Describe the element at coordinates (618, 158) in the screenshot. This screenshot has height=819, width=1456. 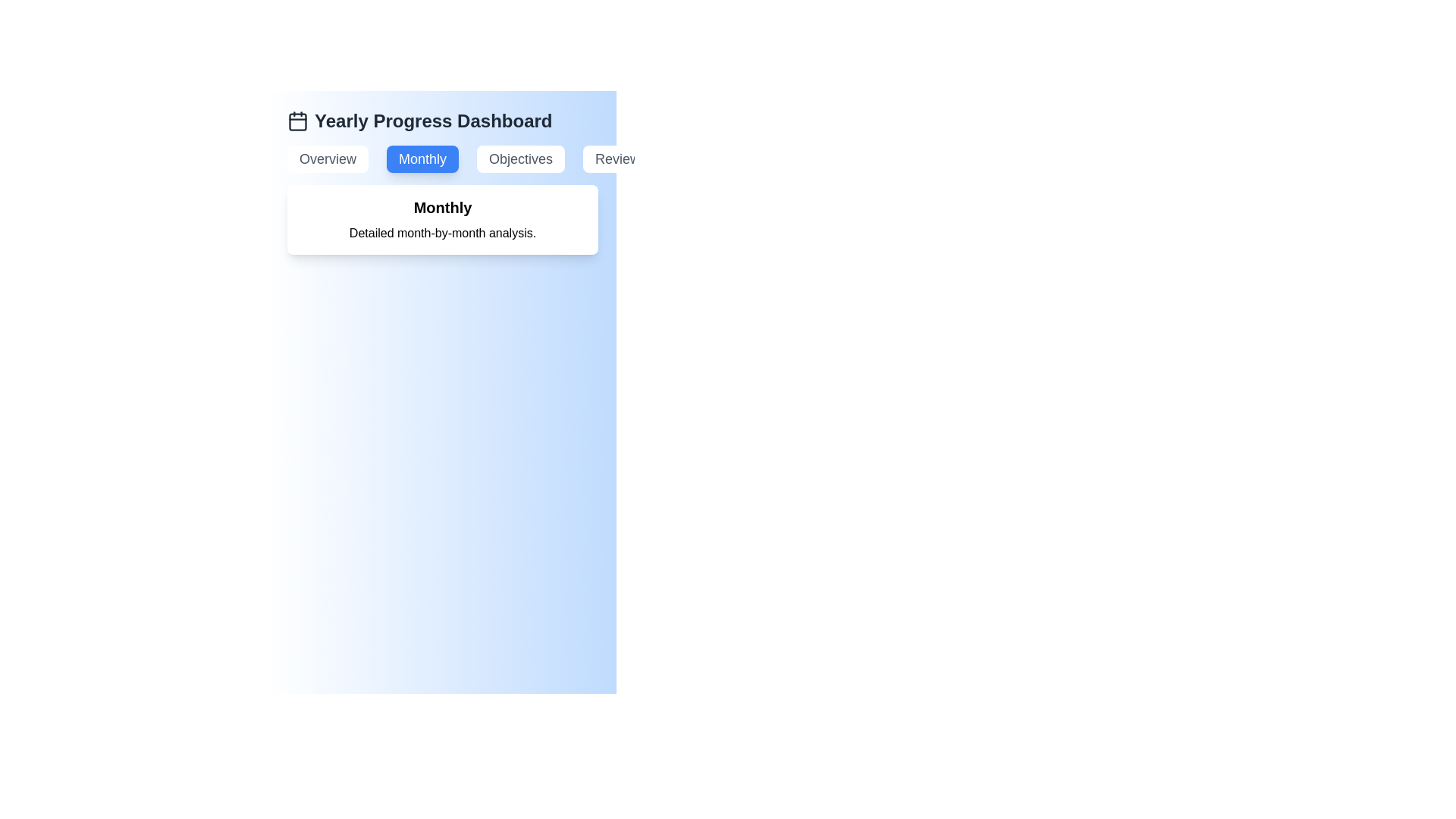
I see `the Review tab to view its content` at that location.